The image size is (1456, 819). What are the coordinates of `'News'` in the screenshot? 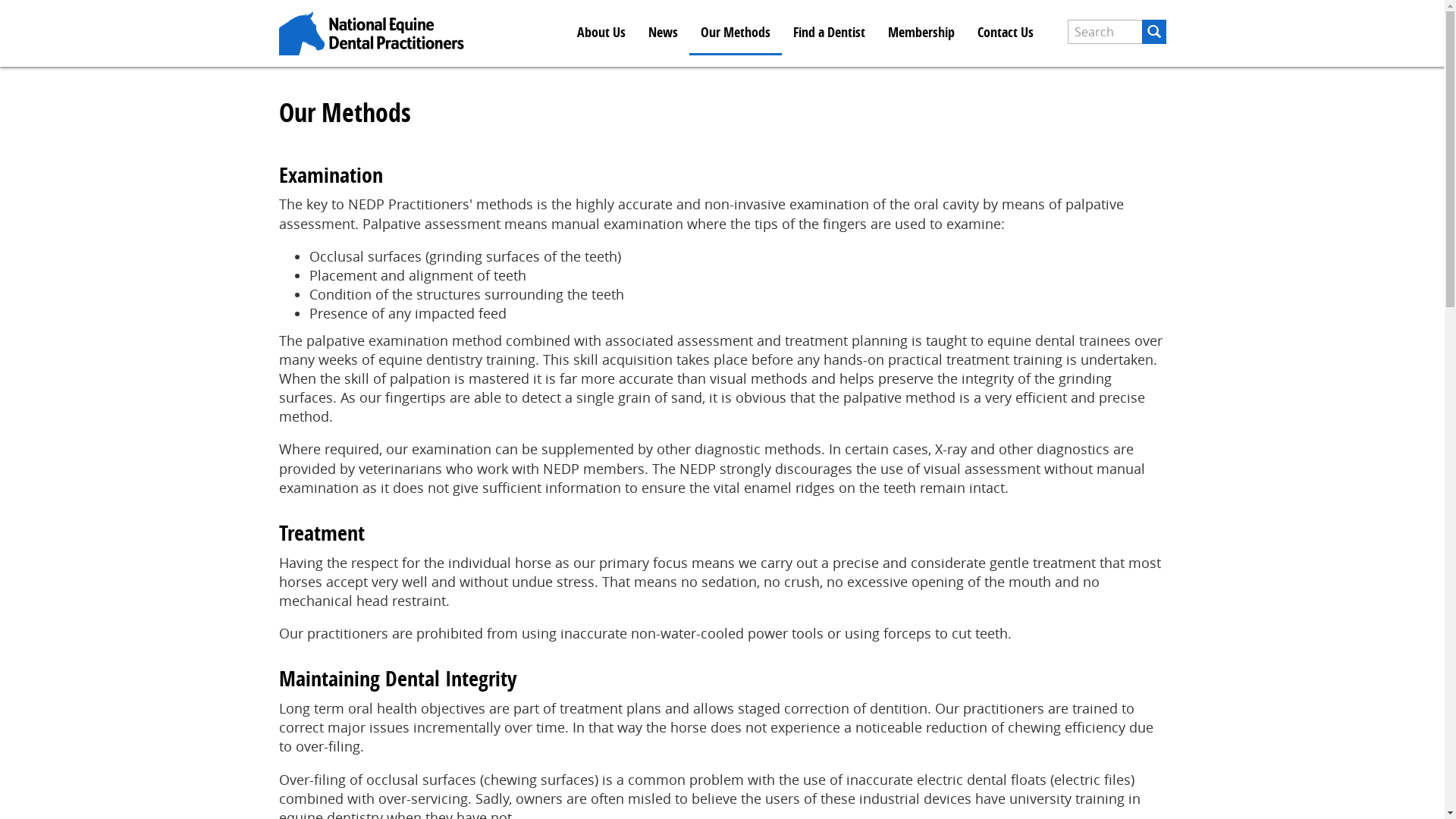 It's located at (663, 33).